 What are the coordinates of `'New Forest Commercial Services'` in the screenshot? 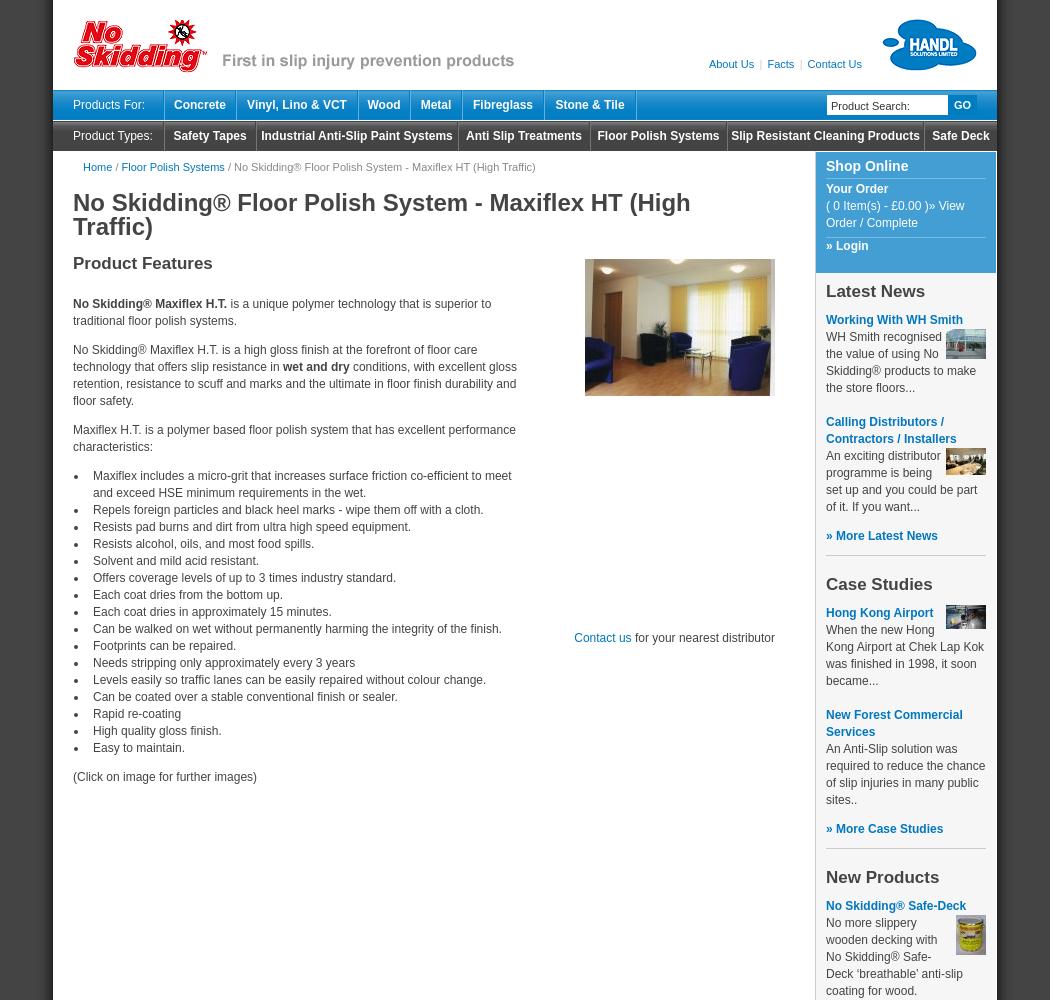 It's located at (892, 722).